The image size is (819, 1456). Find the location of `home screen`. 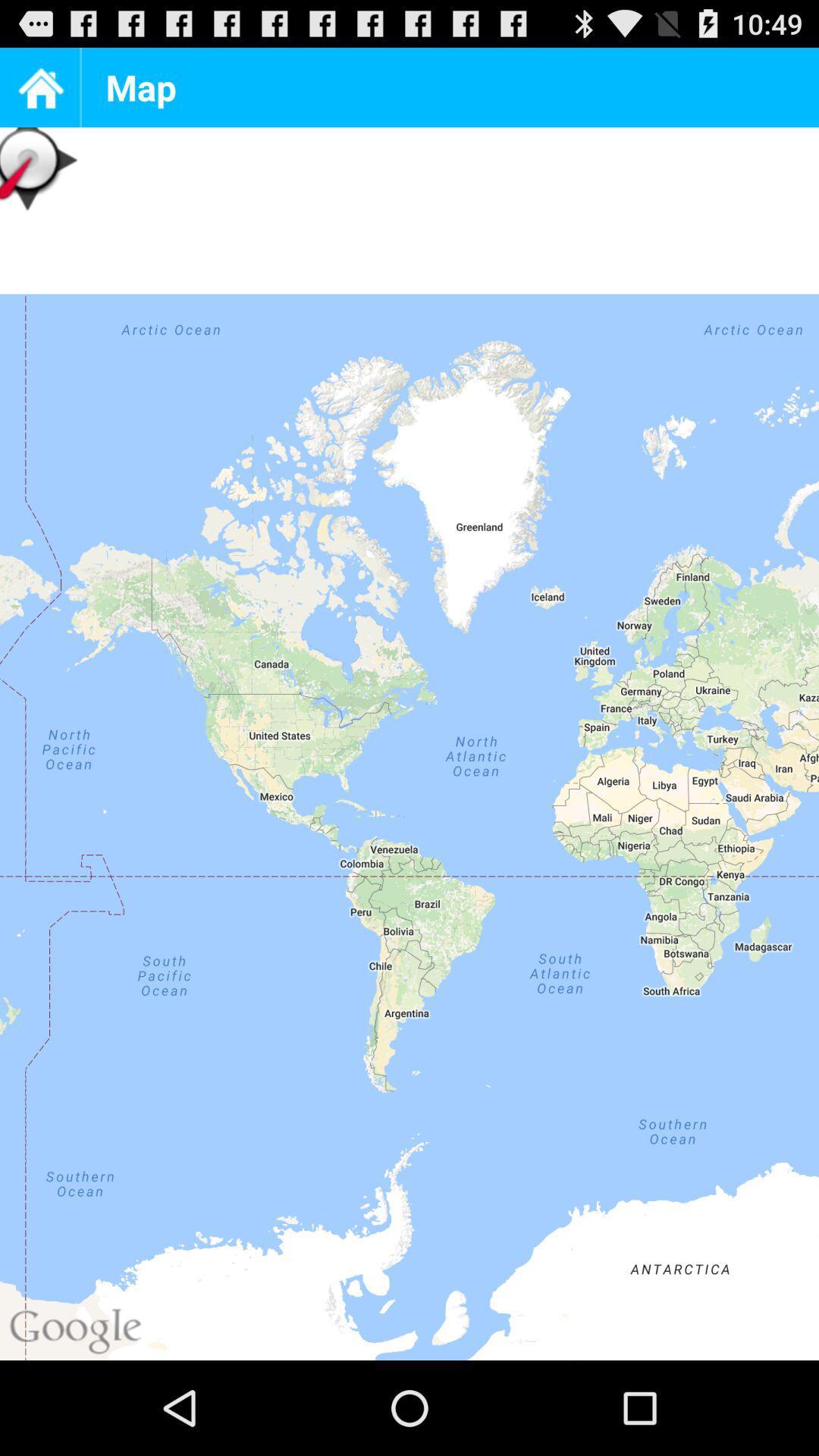

home screen is located at coordinates (39, 86).